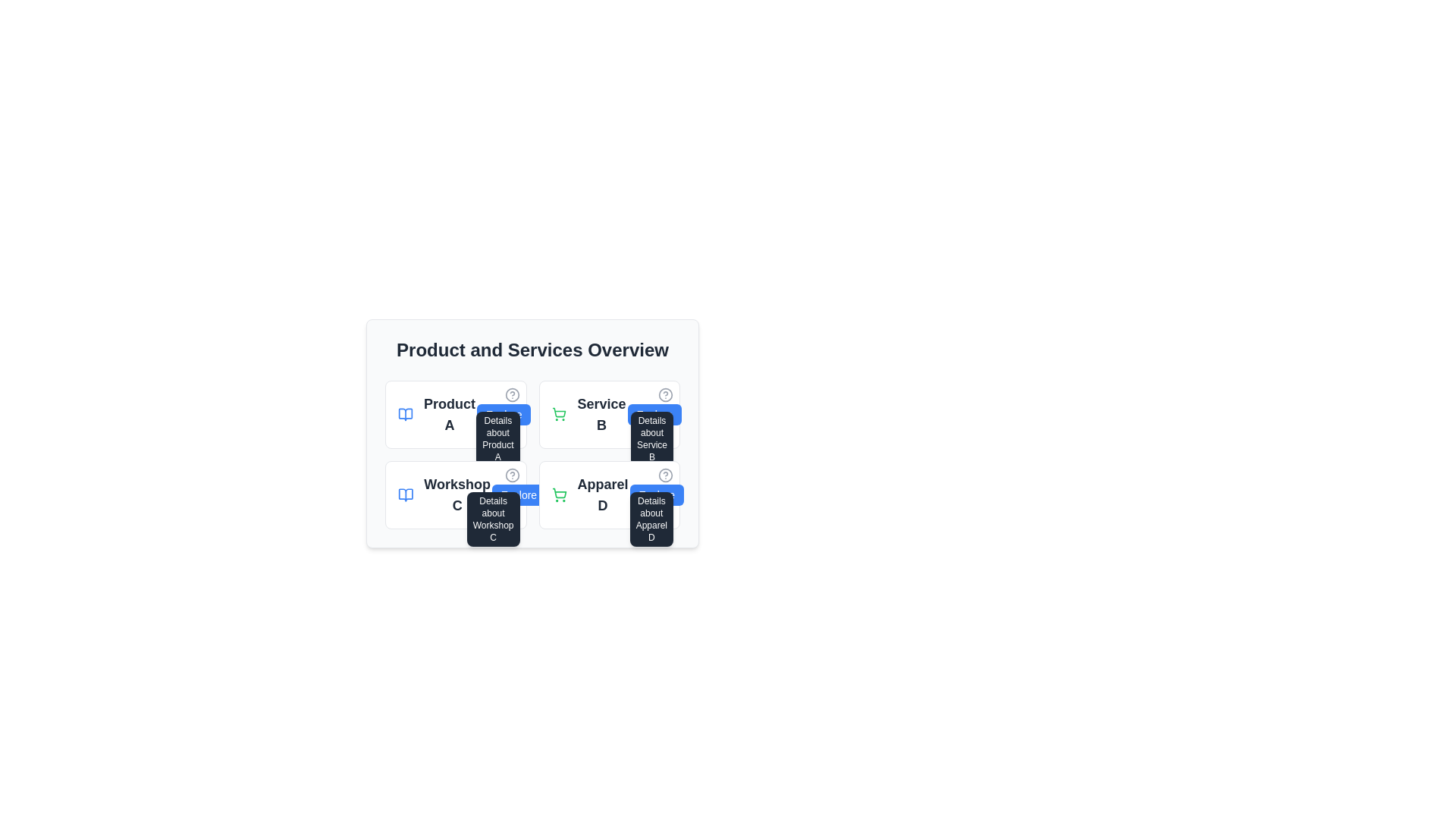 The width and height of the screenshot is (1456, 819). What do you see at coordinates (512, 475) in the screenshot?
I see `the help icon located at the top-right corner of the 'Workshop C' card` at bounding box center [512, 475].